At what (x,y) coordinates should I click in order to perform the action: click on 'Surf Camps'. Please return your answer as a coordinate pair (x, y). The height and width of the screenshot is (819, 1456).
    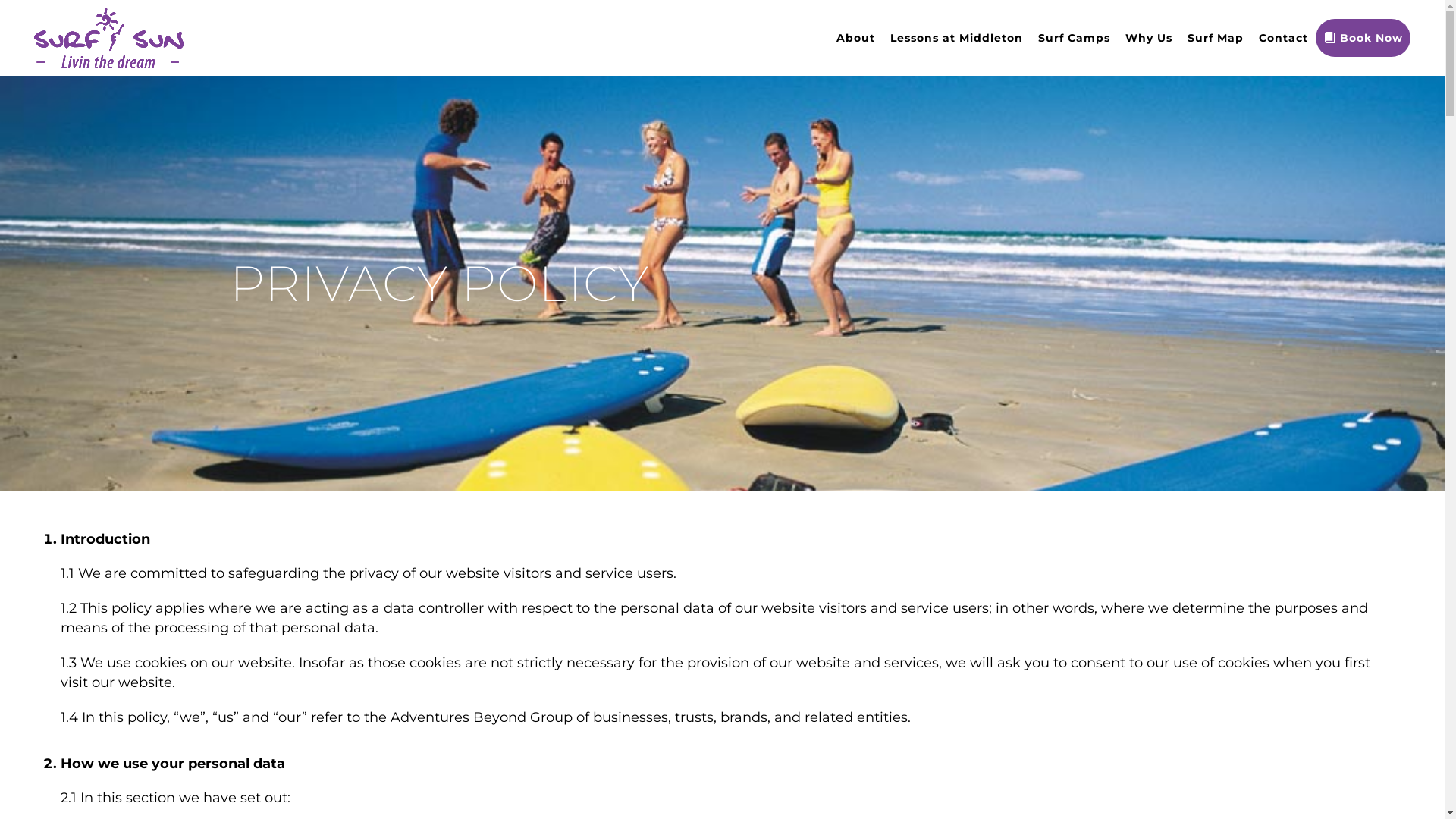
    Looking at the image, I should click on (1030, 37).